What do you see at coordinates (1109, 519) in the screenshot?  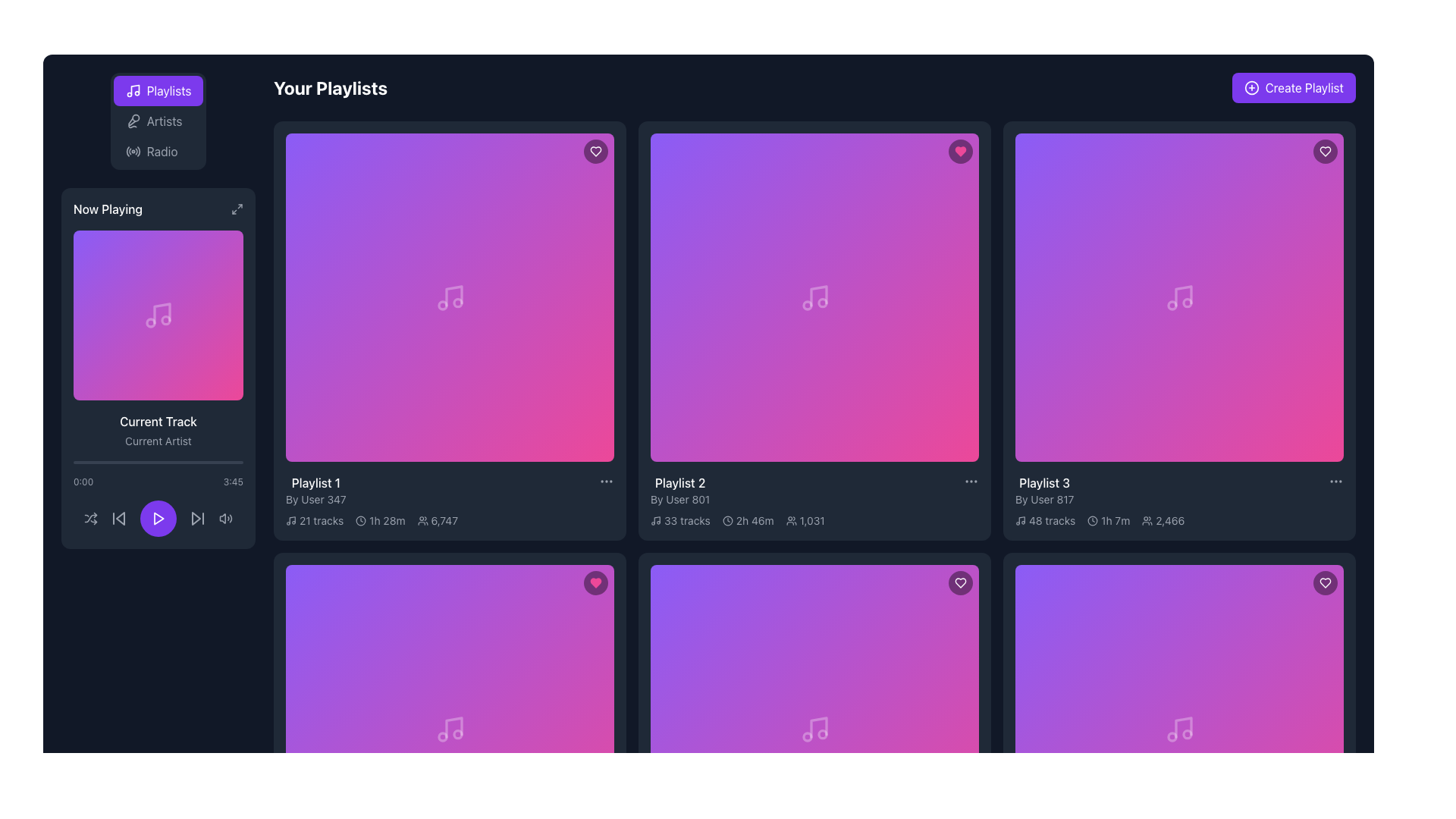 I see `time display text '1h 7m' from the compact time-display UI component, which consists of a gray clock icon followed by the text, positioned in the middle-right cell of the grid layout under 'Playlist 3'` at bounding box center [1109, 519].